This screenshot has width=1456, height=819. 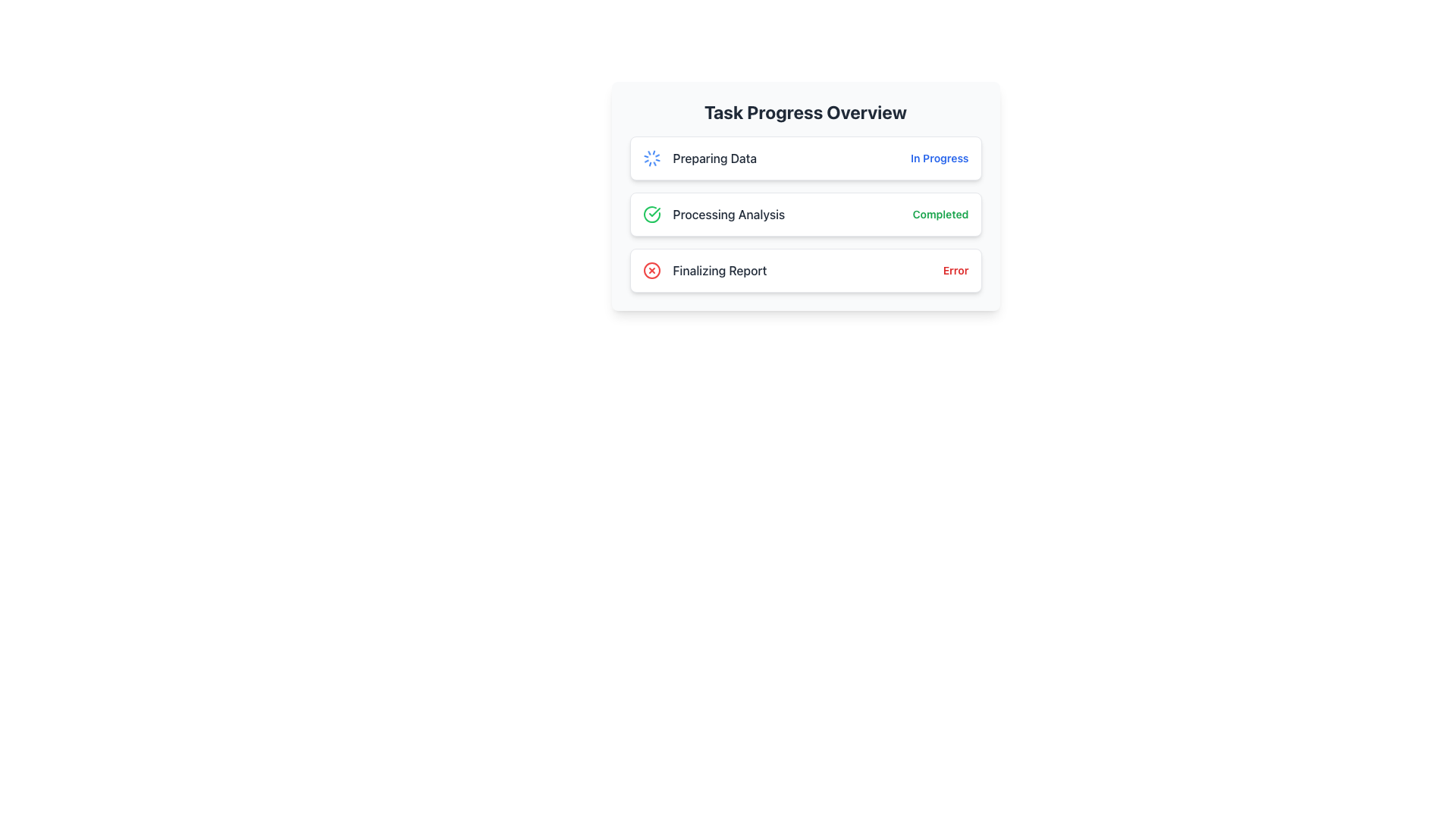 What do you see at coordinates (939, 158) in the screenshot?
I see `the 'In Progress' text label that indicates the current status of the task 'Preparing Data'` at bounding box center [939, 158].